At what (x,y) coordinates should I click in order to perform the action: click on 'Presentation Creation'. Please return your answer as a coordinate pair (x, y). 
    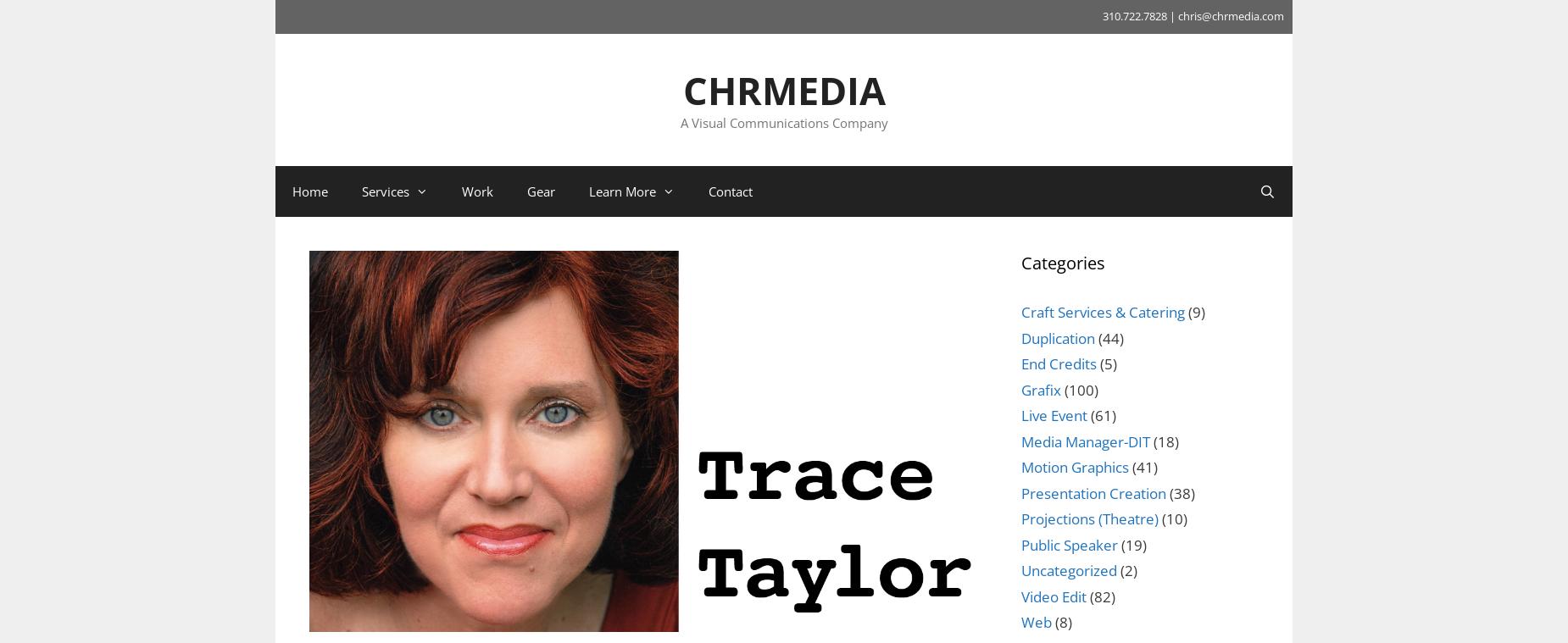
    Looking at the image, I should click on (1093, 491).